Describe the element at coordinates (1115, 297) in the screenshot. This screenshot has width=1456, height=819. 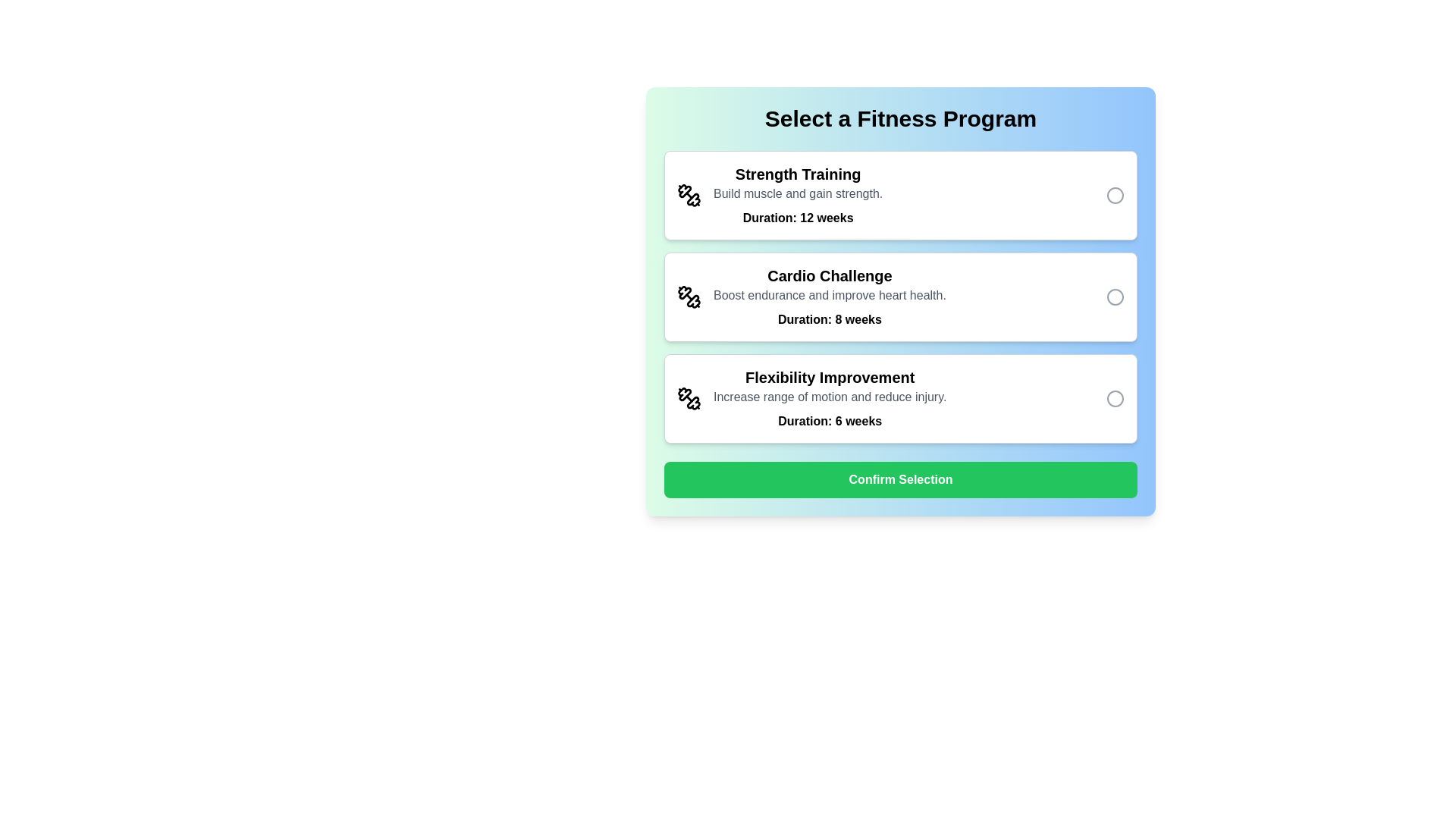
I see `the 'Cardio Challenge' radio button` at that location.